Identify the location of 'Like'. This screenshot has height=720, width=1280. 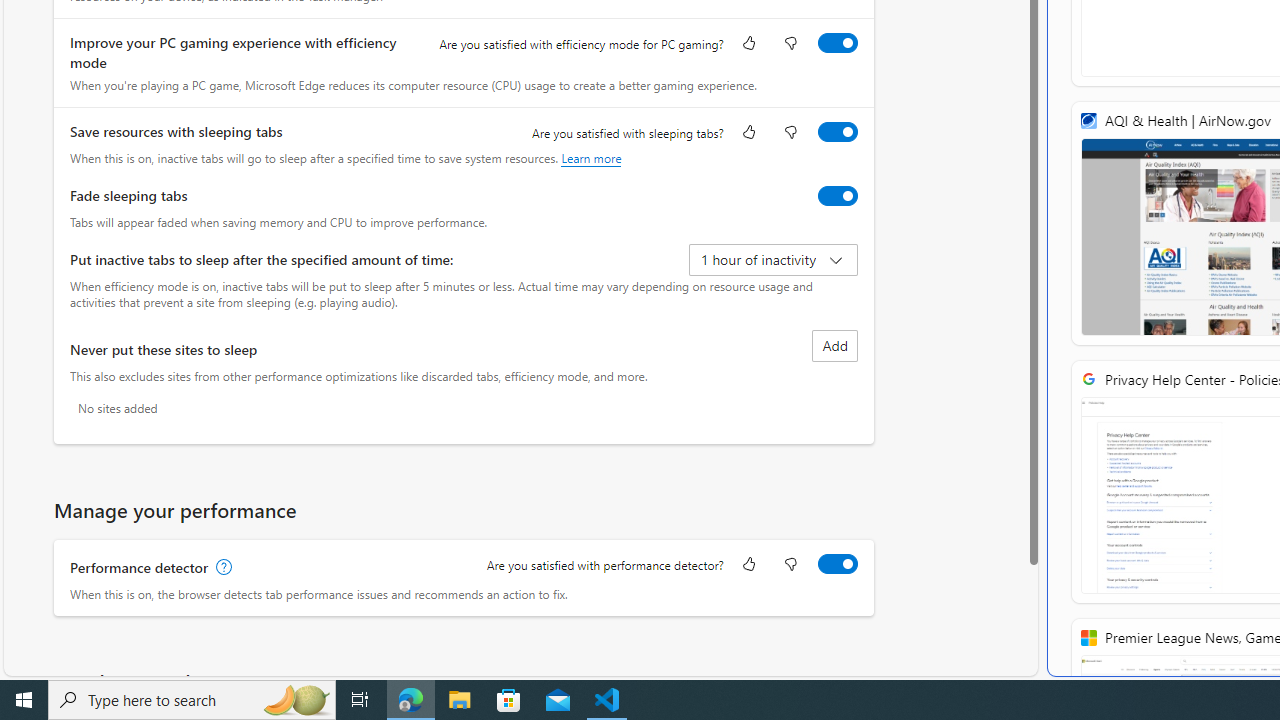
(747, 565).